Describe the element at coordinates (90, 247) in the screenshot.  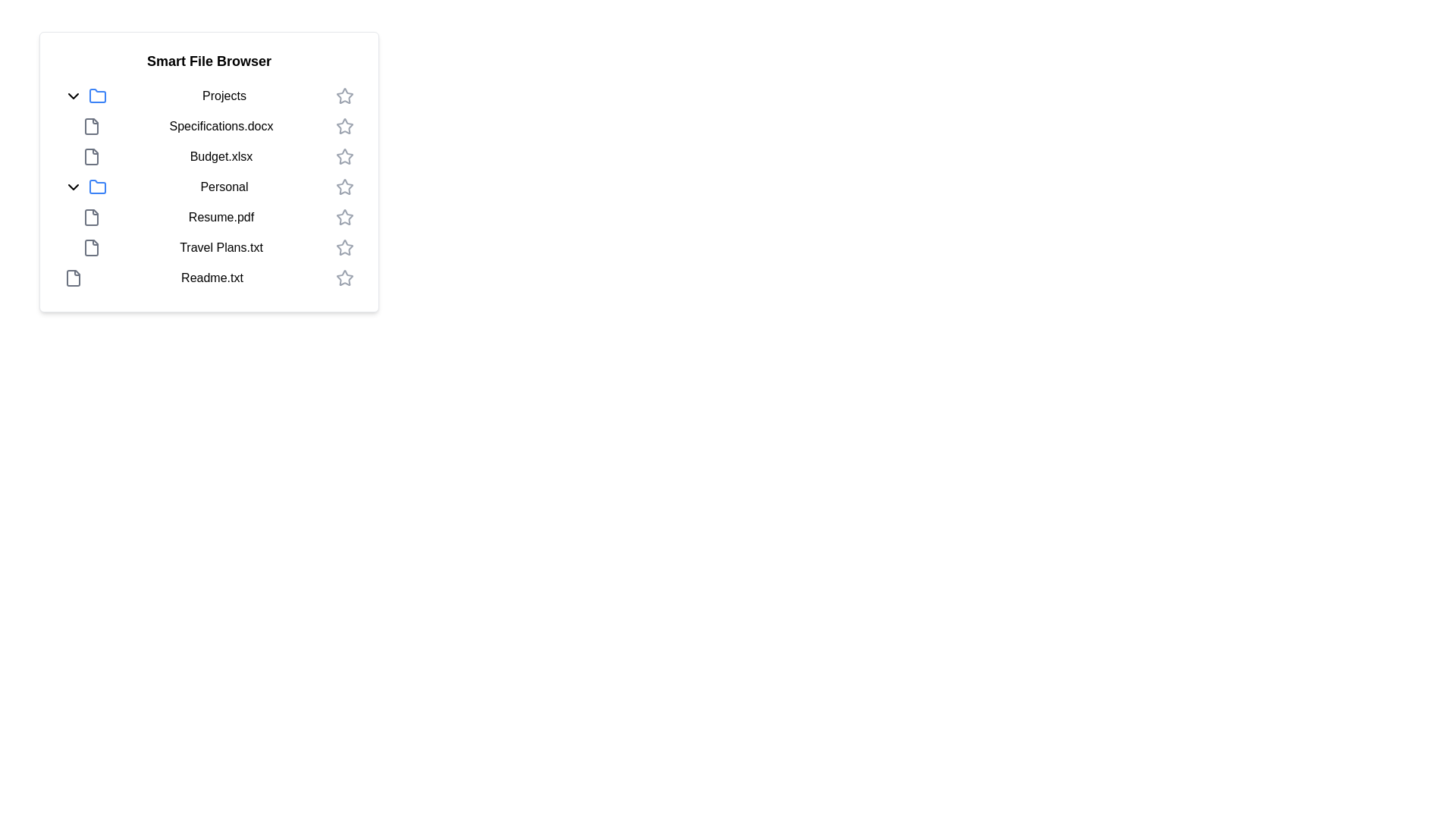
I see `the file icon representing 'Travel Plans.txt', located within the 'Personal' folder in the 'Smart File Browser' interface, positioned to the left of the text 'Travel Plans.txt' and below 'Resume.pdf'` at that location.